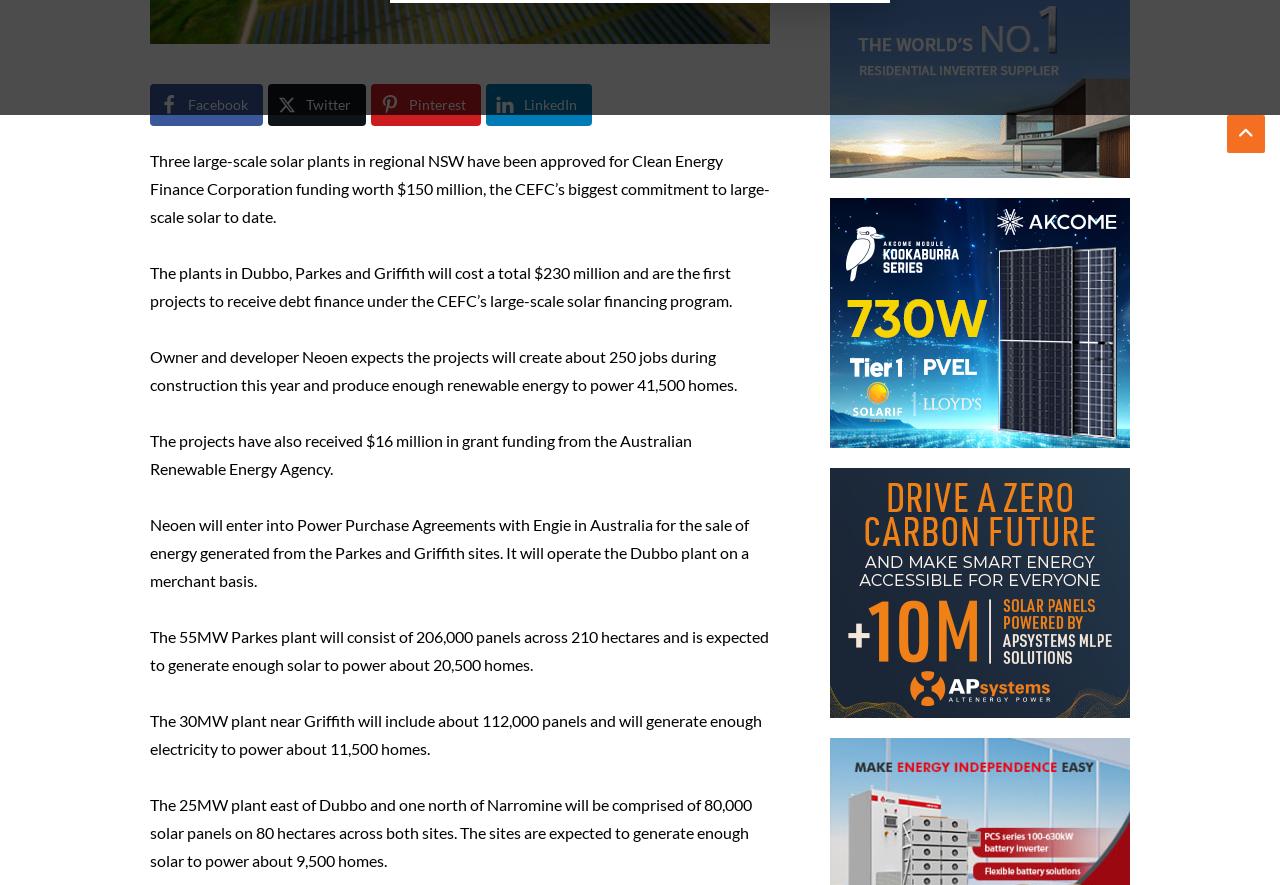 This screenshot has height=885, width=1280. Describe the element at coordinates (419, 453) in the screenshot. I see `'The projects have also received $16 million in grant funding from the Australian Renewable Energy Agency.'` at that location.